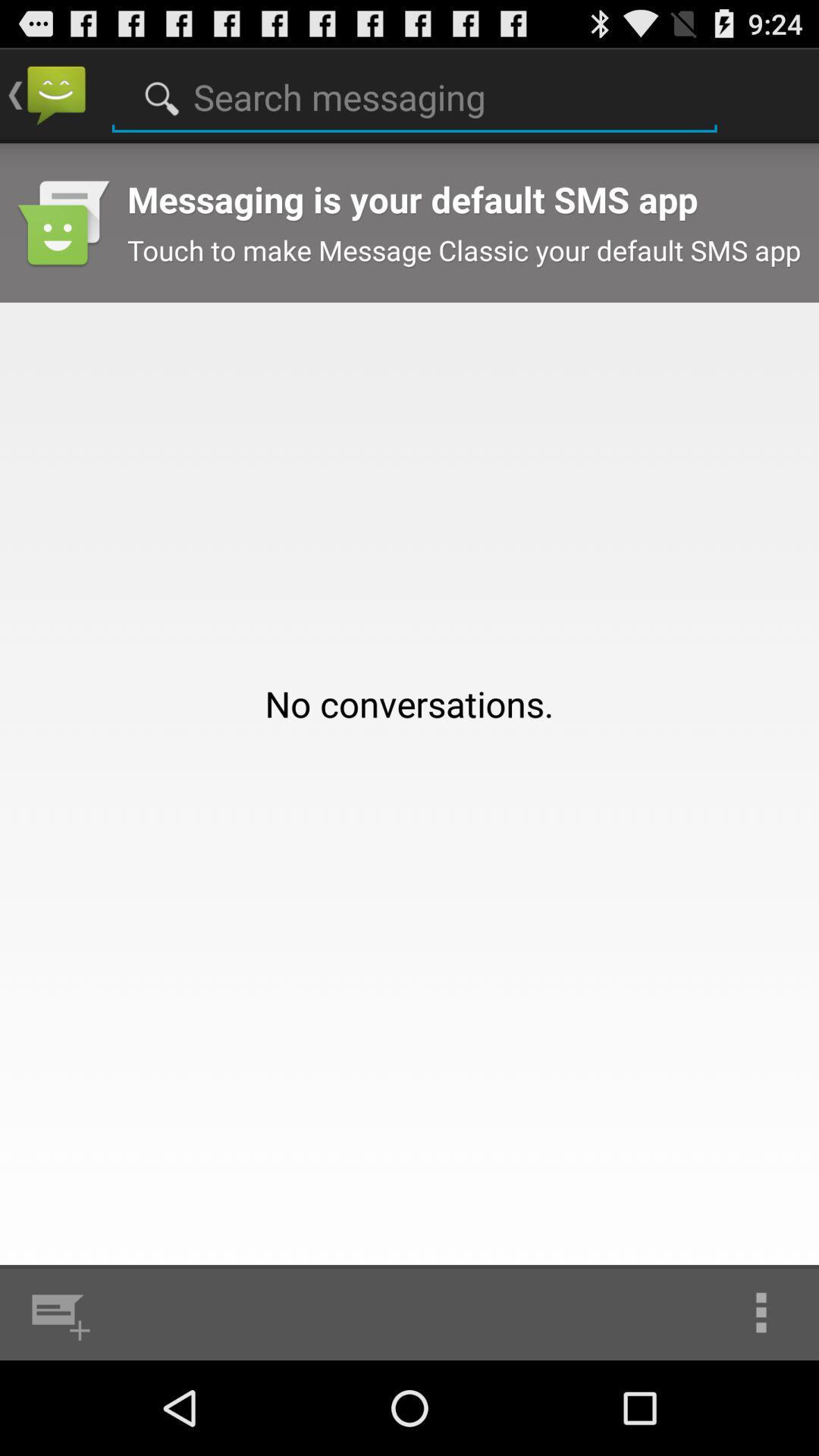 The height and width of the screenshot is (1456, 819). I want to click on the icon below the no conversations. icon, so click(57, 1312).